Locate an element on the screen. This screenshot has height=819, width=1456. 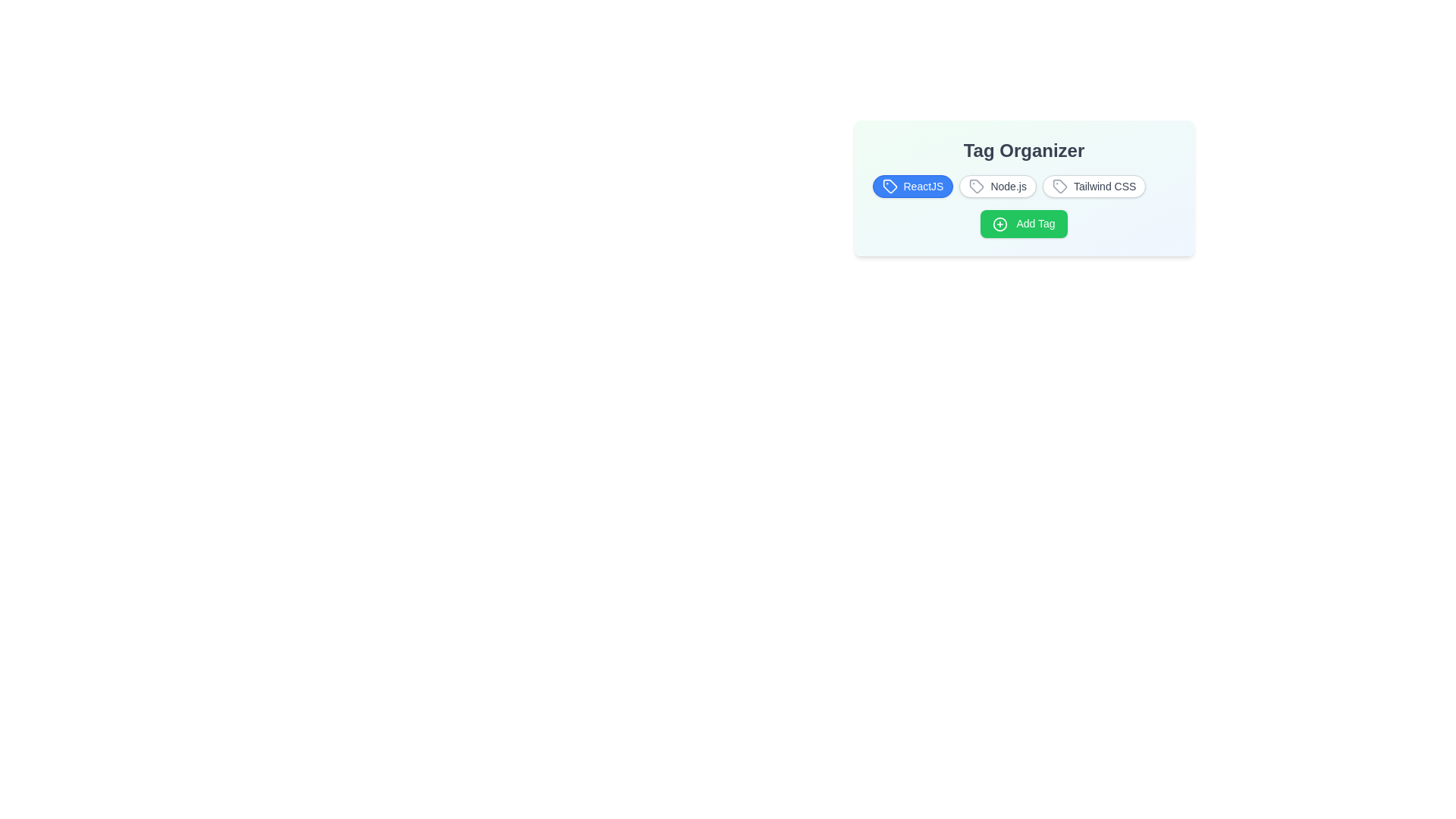
the tag ReactJS is located at coordinates (912, 186).